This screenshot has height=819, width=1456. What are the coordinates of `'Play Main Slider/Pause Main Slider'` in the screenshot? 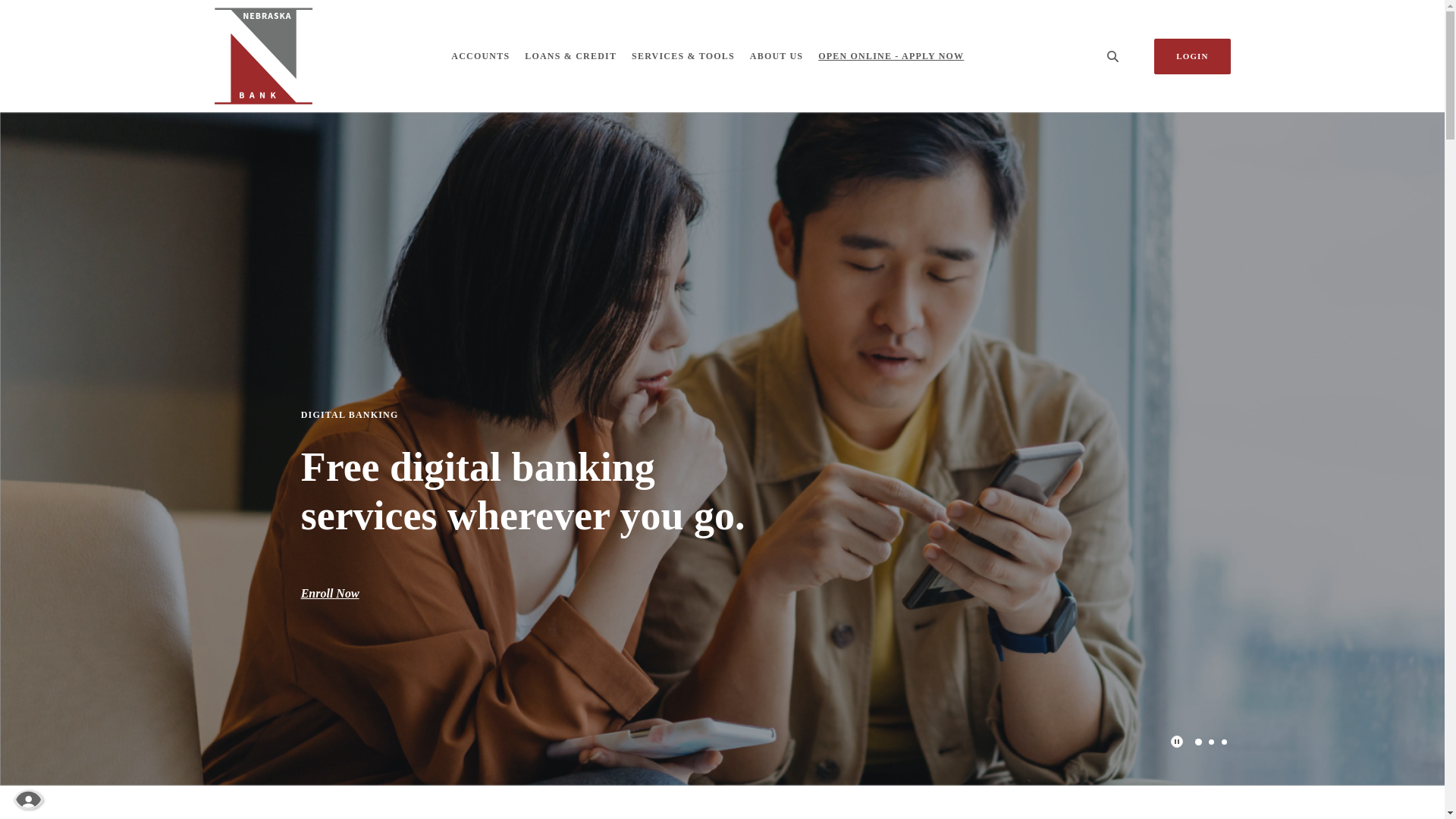 It's located at (1175, 741).